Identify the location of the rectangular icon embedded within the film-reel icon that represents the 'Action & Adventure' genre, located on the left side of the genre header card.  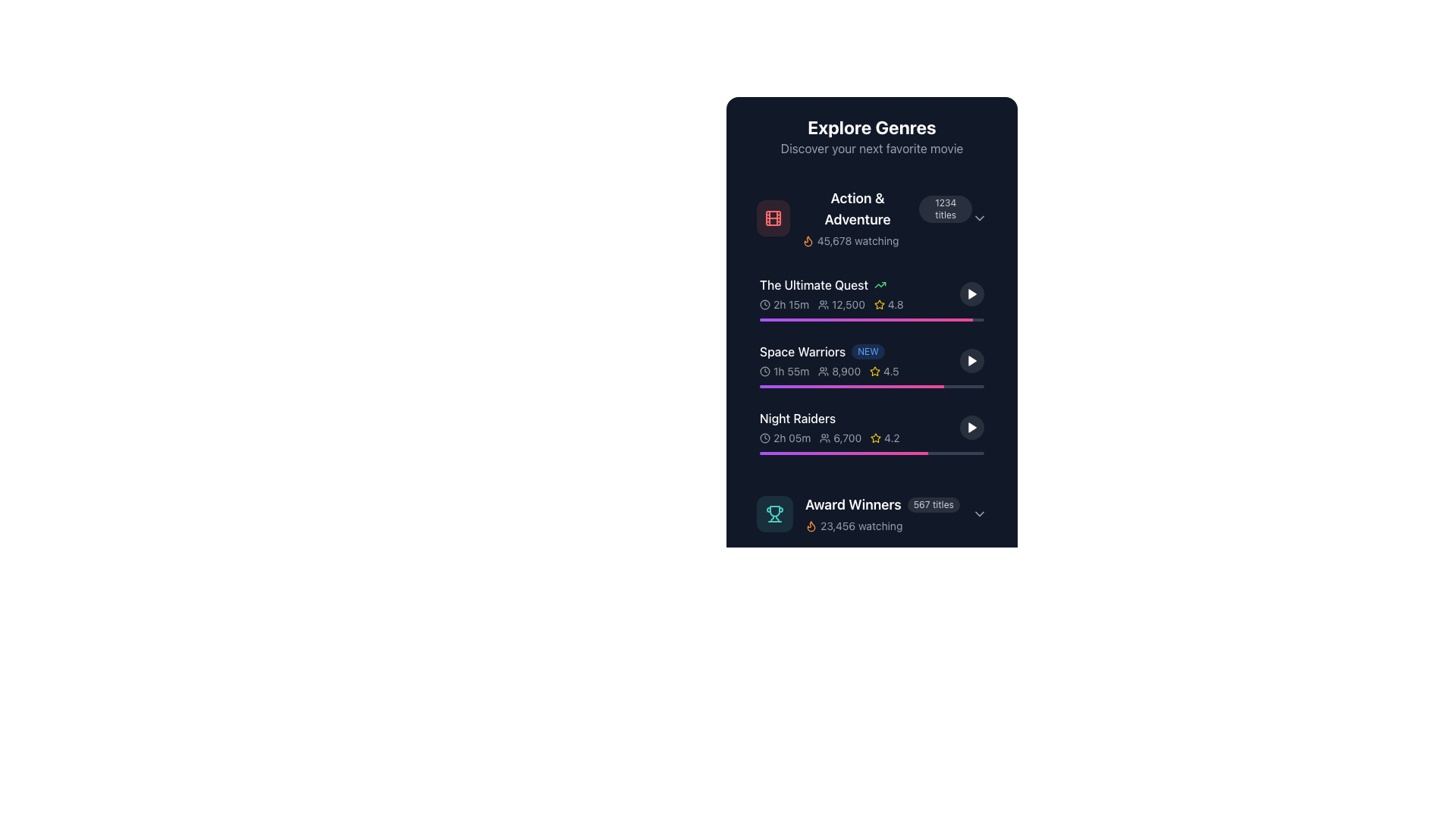
(773, 218).